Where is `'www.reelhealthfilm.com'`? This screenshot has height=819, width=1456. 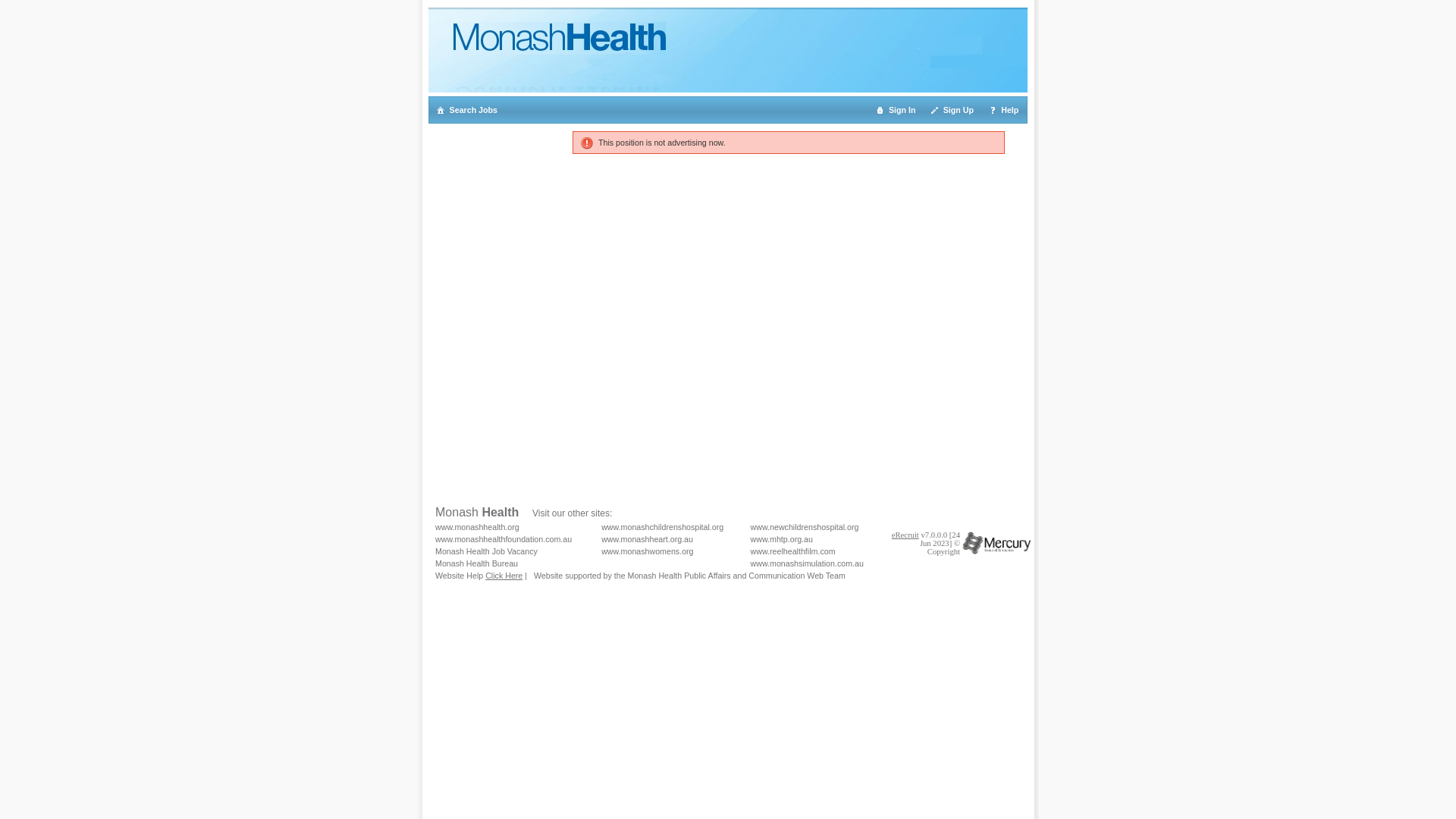 'www.reelhealthfilm.com' is located at coordinates (792, 551).